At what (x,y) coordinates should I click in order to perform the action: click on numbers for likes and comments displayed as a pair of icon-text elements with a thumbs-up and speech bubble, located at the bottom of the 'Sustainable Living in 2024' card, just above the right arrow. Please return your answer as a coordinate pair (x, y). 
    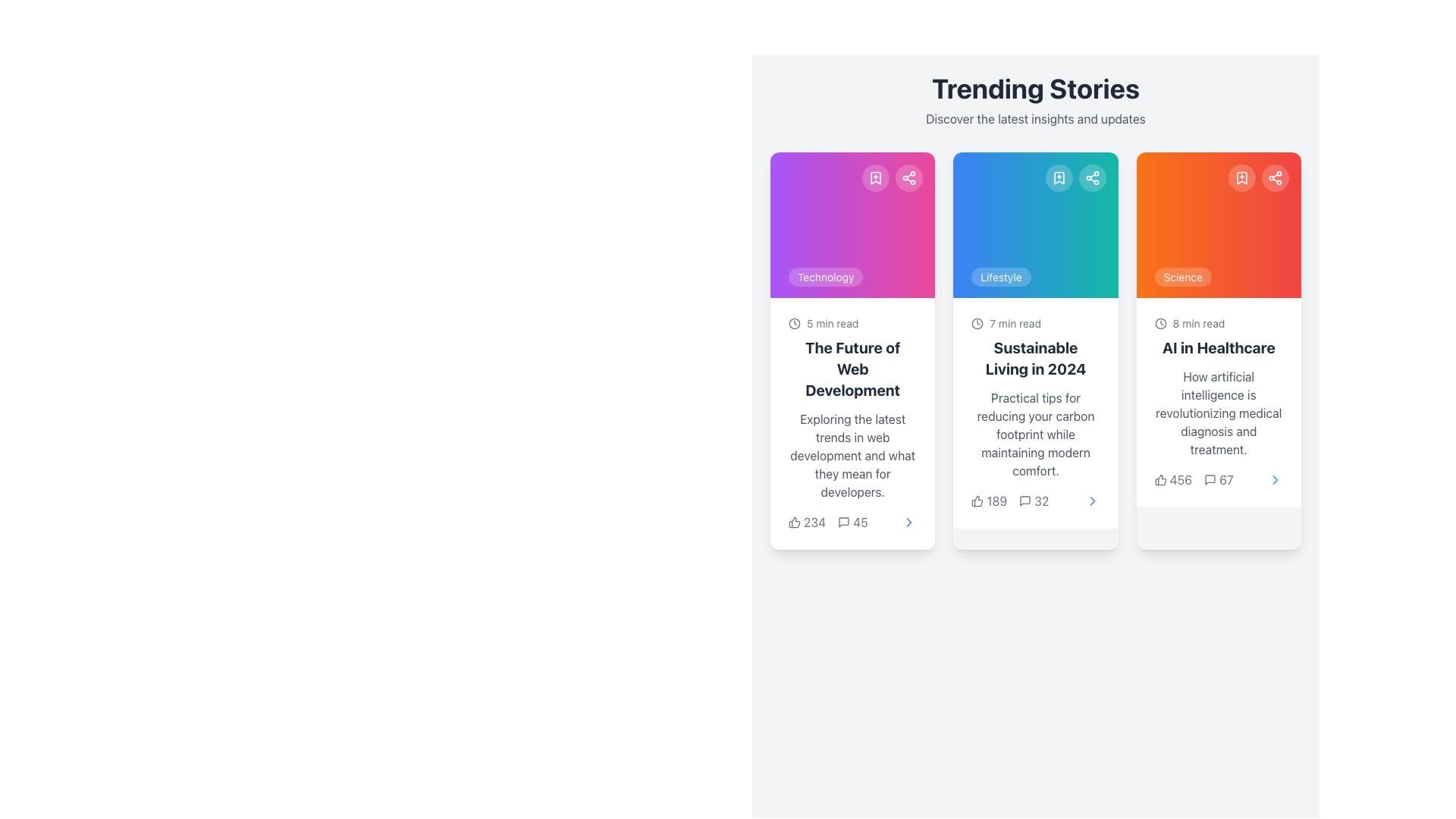
    Looking at the image, I should click on (1035, 500).